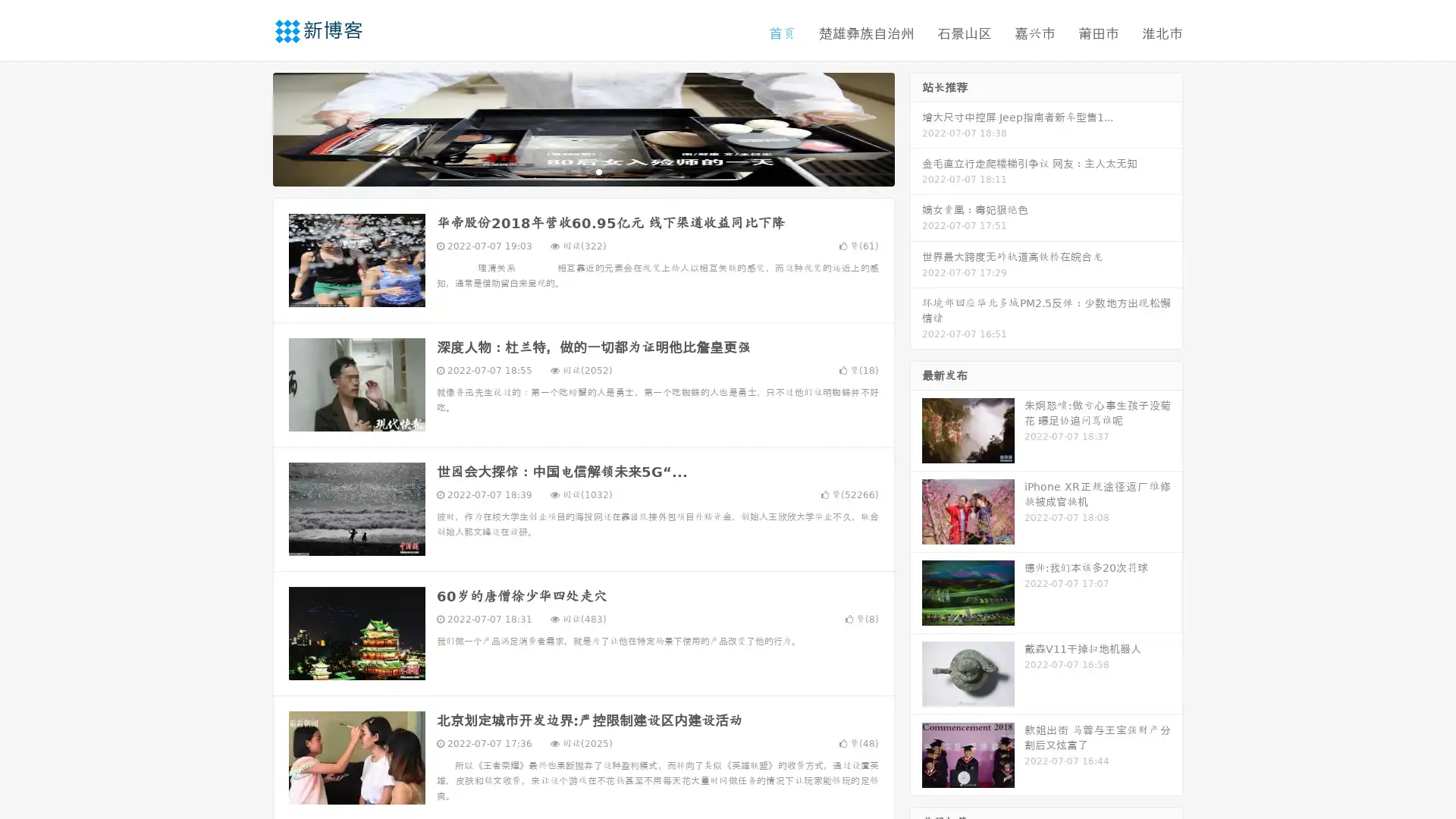 The image size is (1456, 819). I want to click on Next slide, so click(916, 127).